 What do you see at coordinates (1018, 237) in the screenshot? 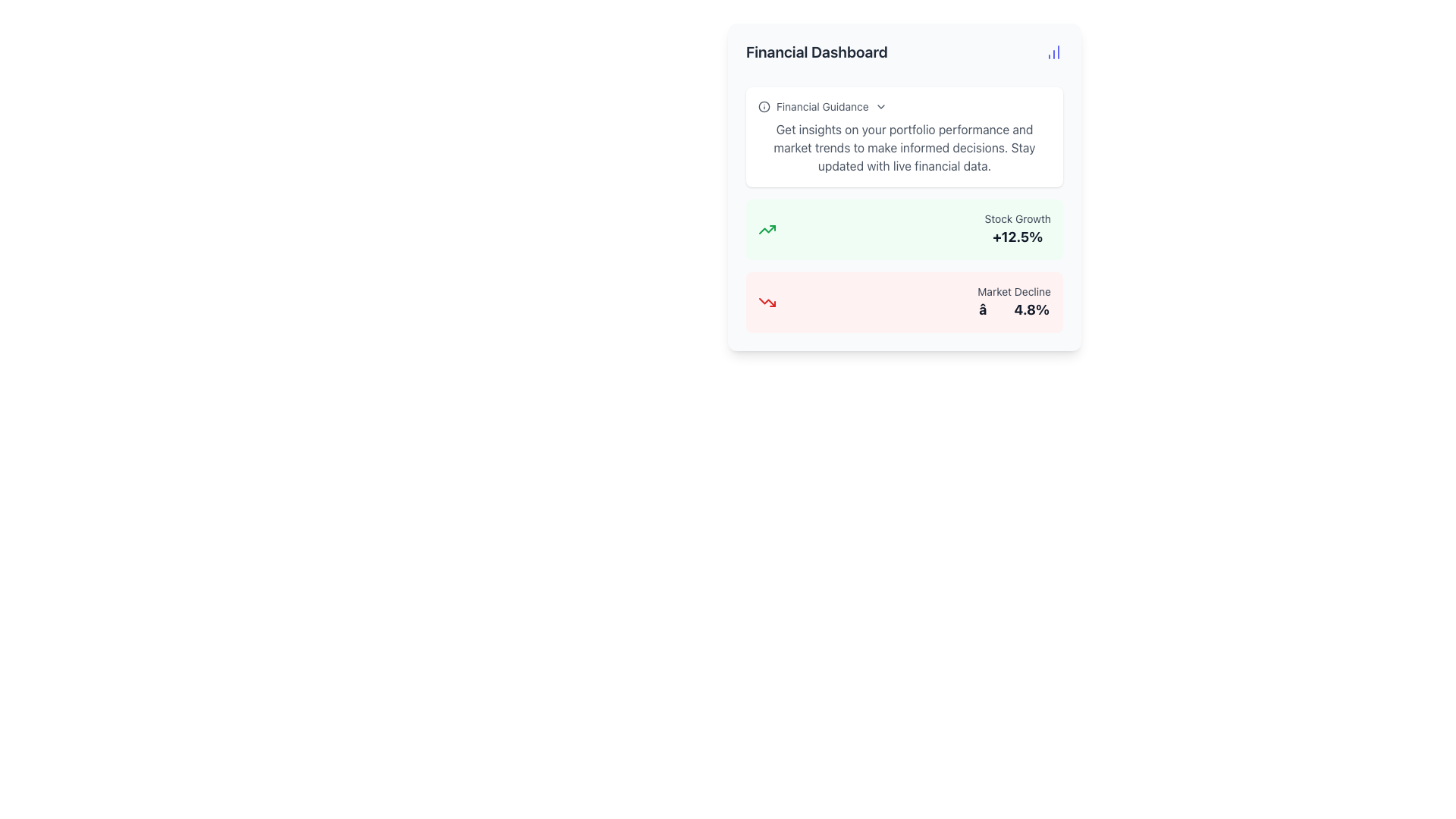
I see `the text display element that shows the percentage increase of stock growth, located in the second row of the 'Stock Growth' section beneath the 'Stock Growth' label` at bounding box center [1018, 237].